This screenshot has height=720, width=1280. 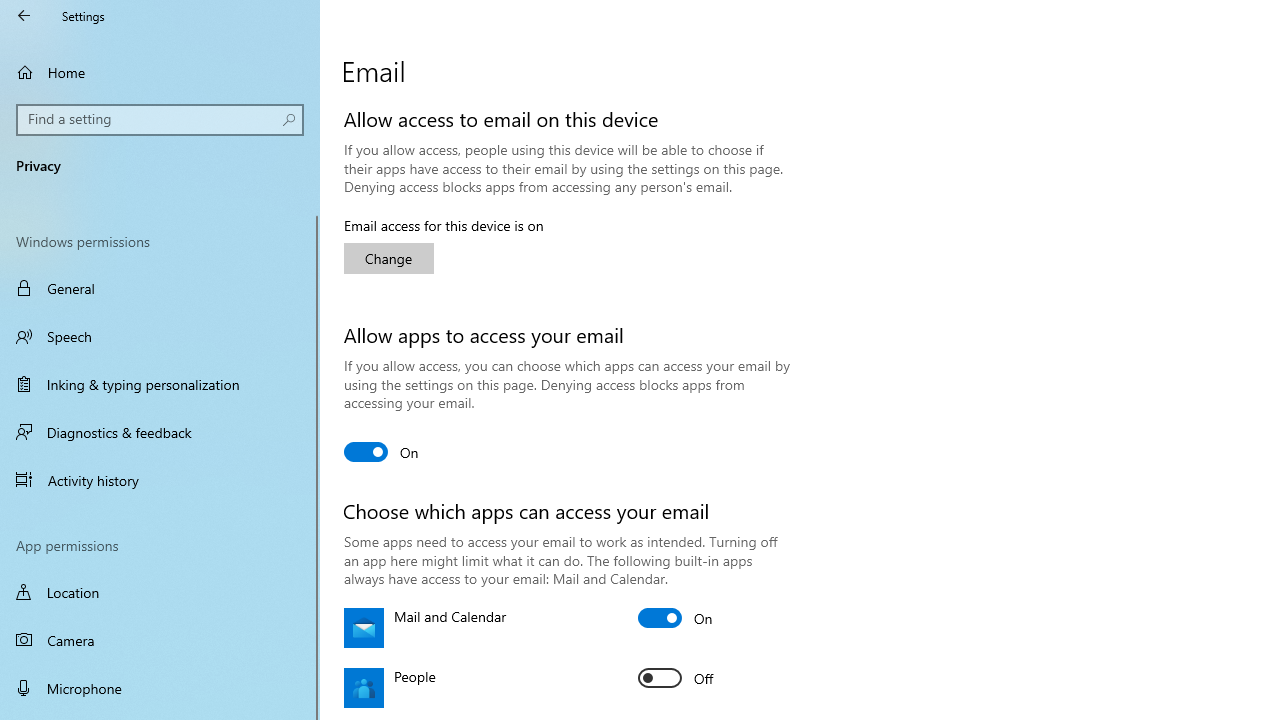 I want to click on 'Microphone', so click(x=160, y=686).